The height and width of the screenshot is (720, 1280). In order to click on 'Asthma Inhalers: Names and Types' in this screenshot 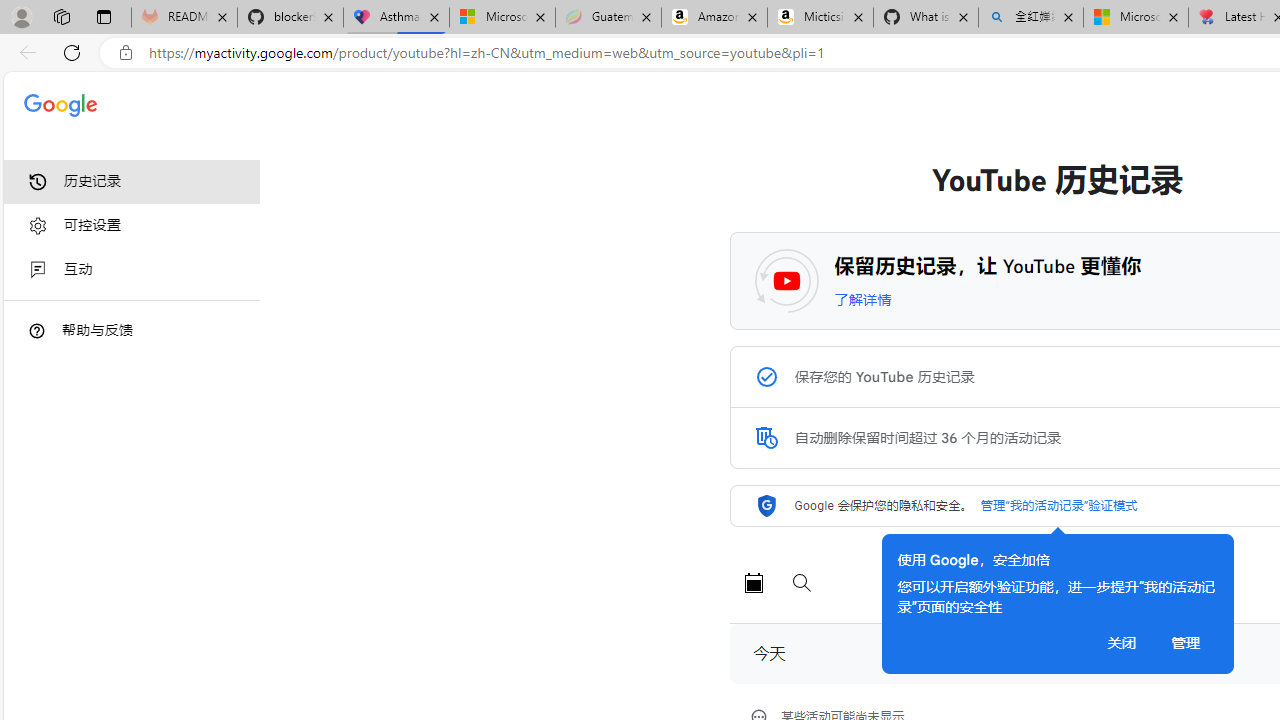, I will do `click(396, 17)`.